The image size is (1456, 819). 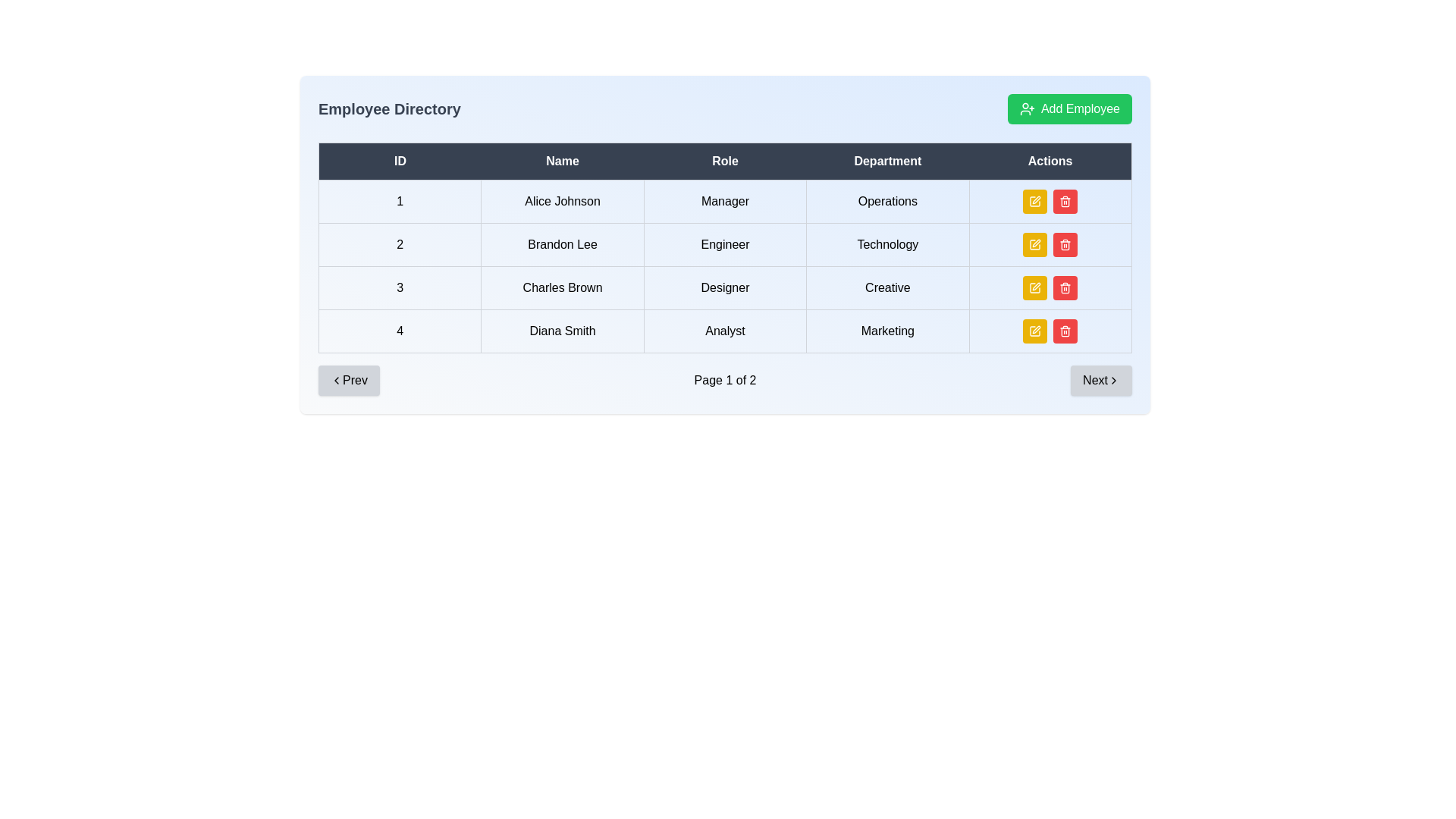 I want to click on the yellow icon button in the 'Actions' column for the first entry (Alice Johnson), so click(x=1034, y=201).